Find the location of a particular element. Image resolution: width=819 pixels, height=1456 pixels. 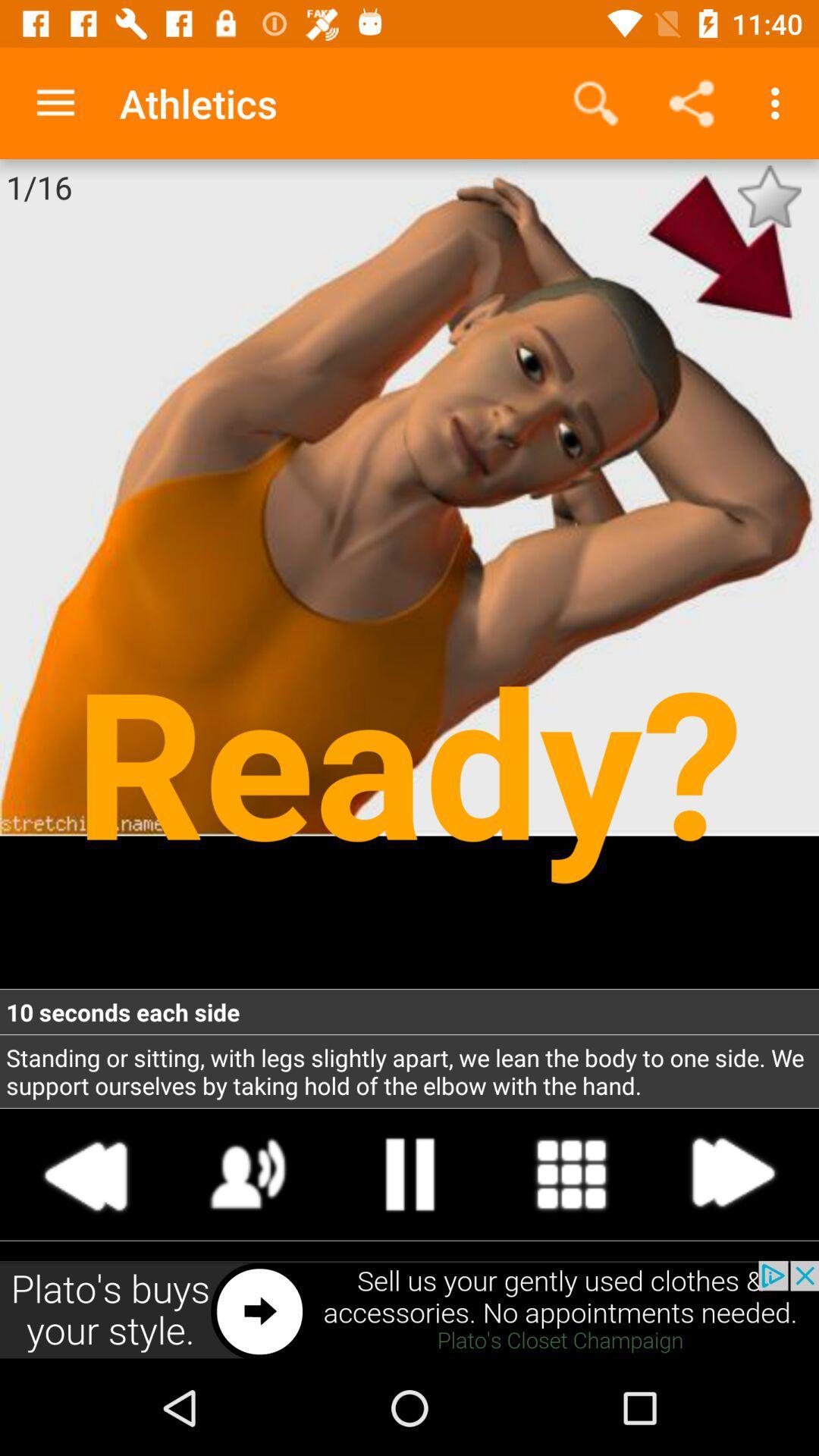

the pause icon is located at coordinates (409, 1173).